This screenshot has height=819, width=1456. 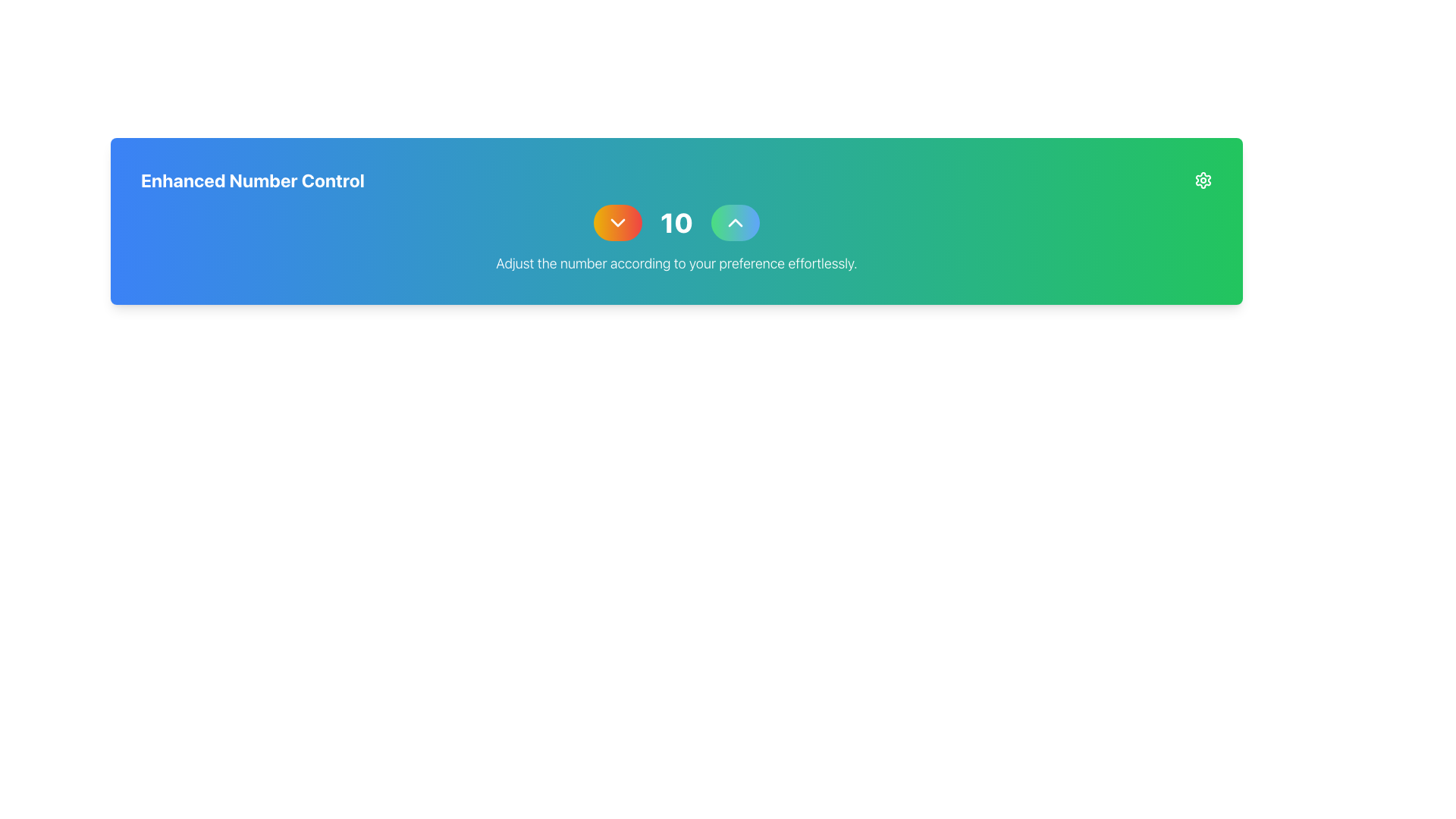 I want to click on the increment button positioned to the right of the numeric value '10', so click(x=735, y=222).